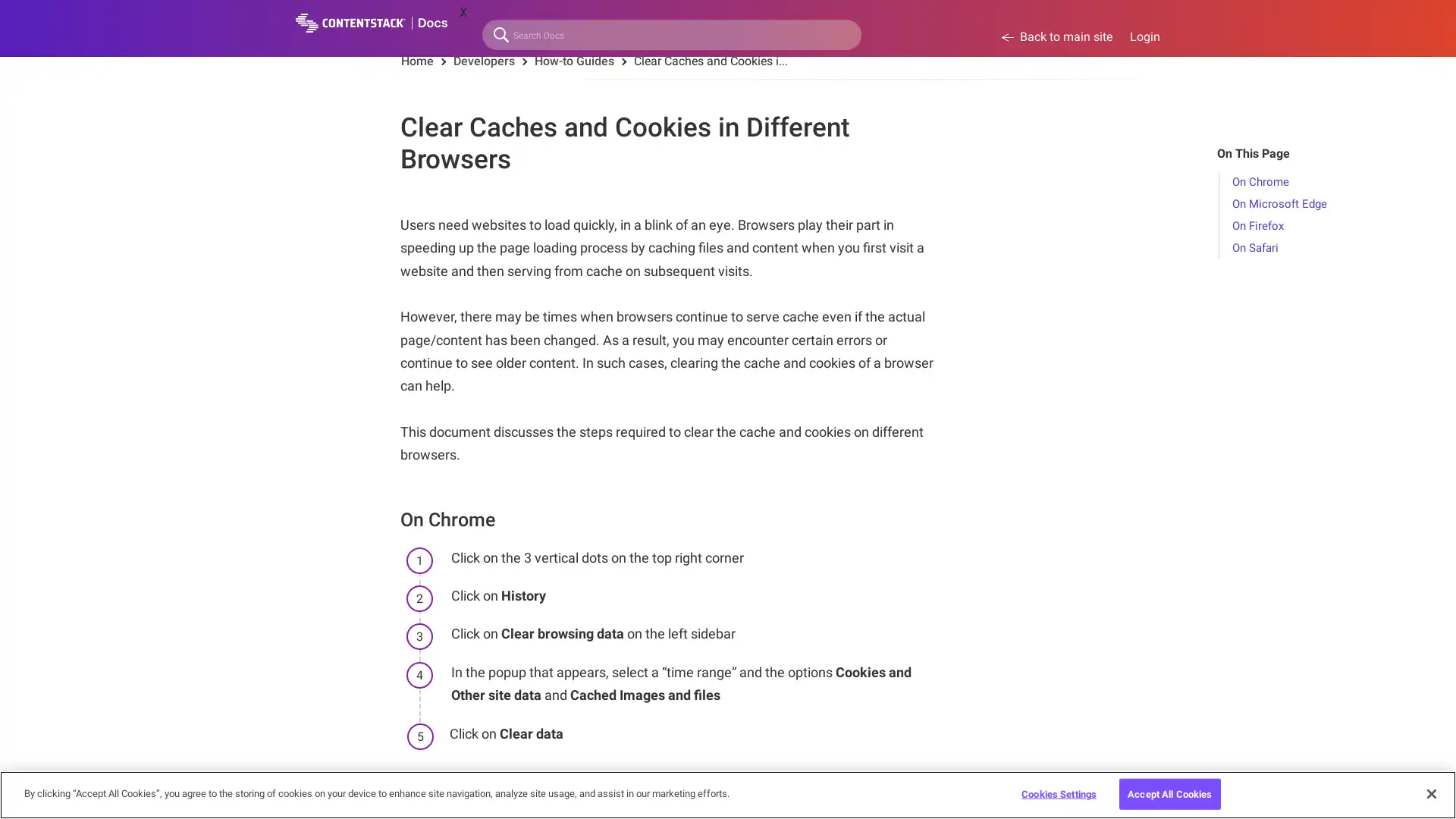 The width and height of the screenshot is (1456, 819). What do you see at coordinates (1169, 792) in the screenshot?
I see `Accept All Cookies` at bounding box center [1169, 792].